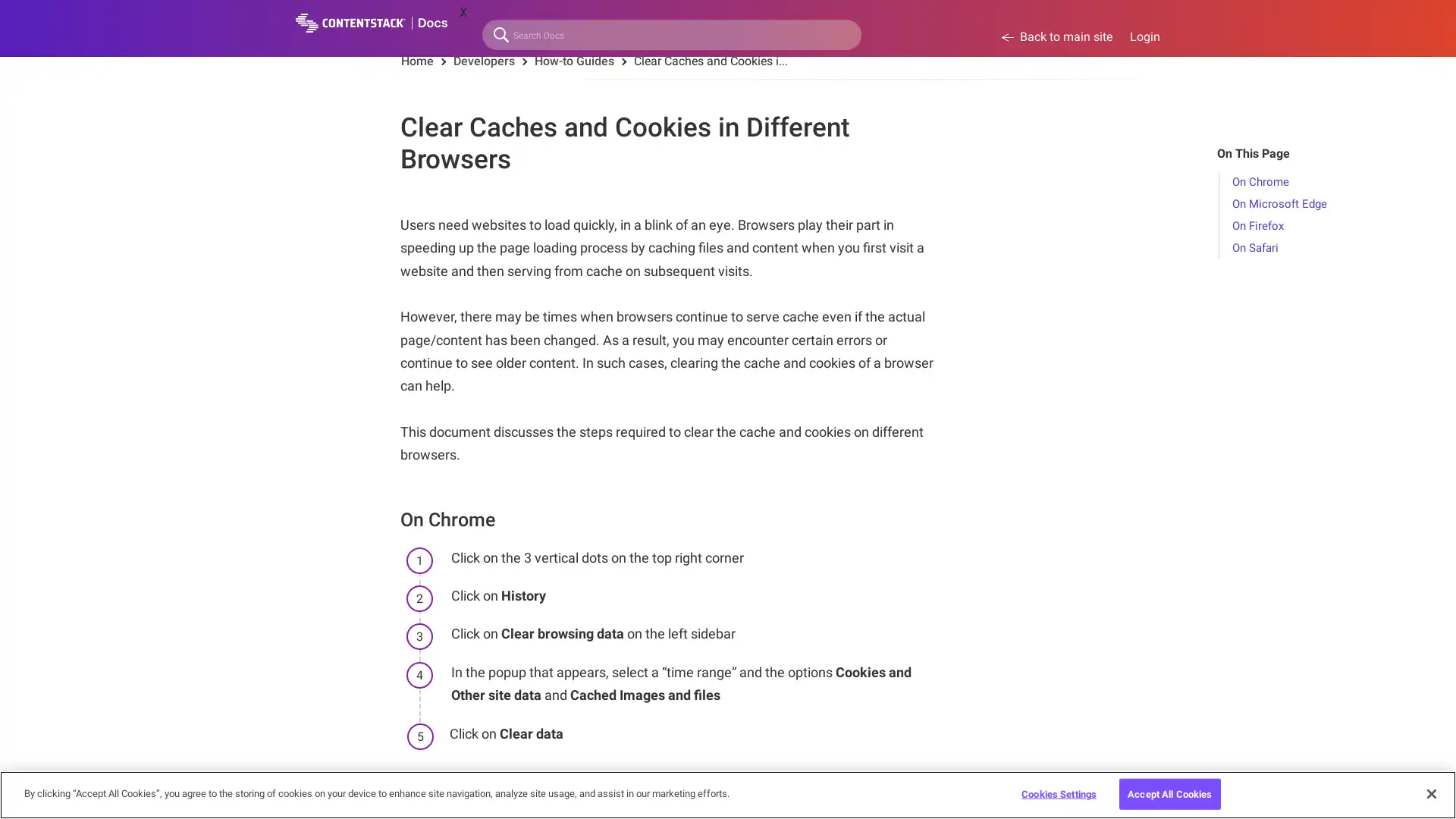 The width and height of the screenshot is (1456, 819). What do you see at coordinates (1169, 792) in the screenshot?
I see `Accept All Cookies` at bounding box center [1169, 792].